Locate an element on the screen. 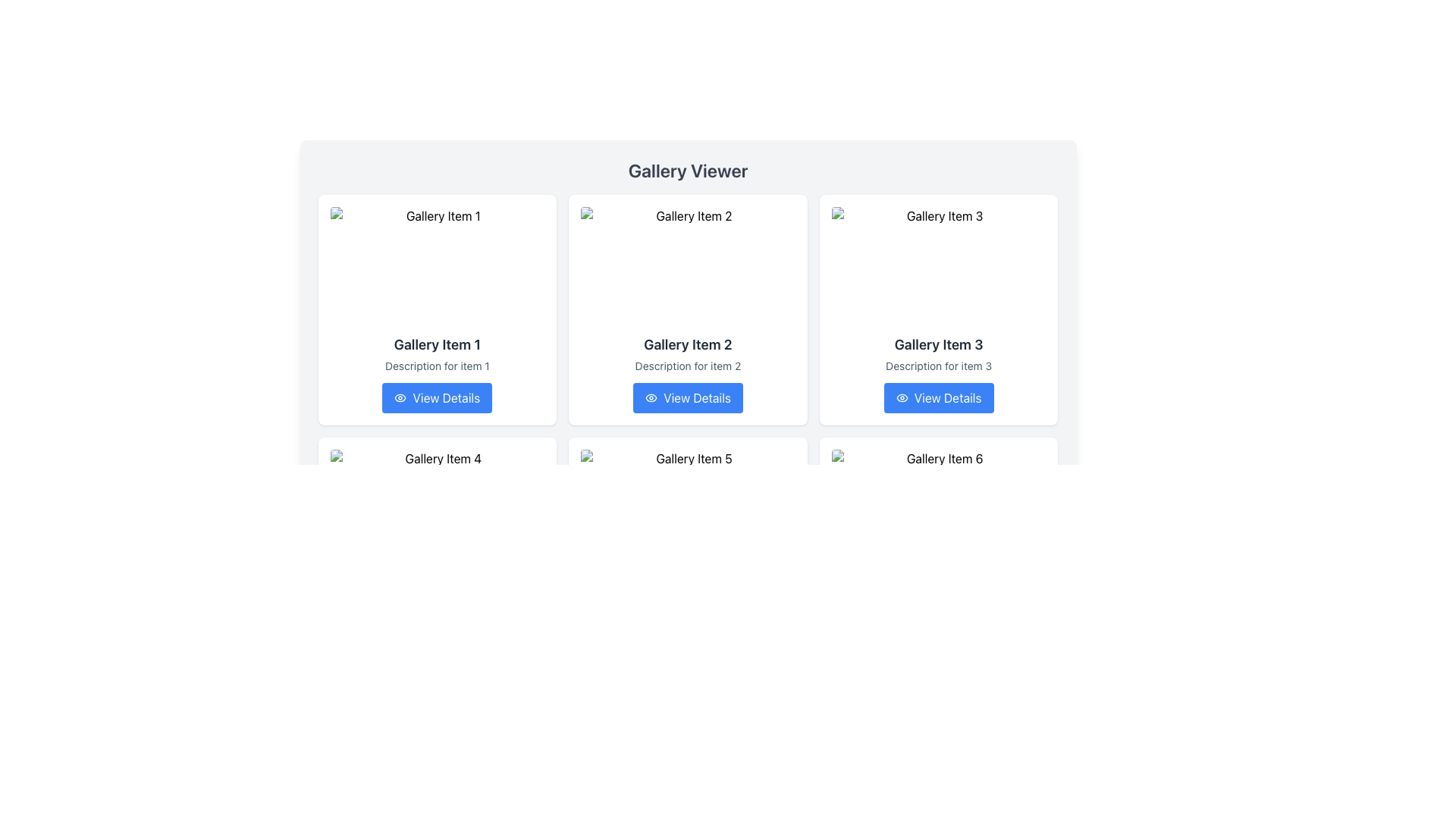  the image representing gallery item 3, located at the top of the 'Gallery Item 3' card is located at coordinates (938, 267).